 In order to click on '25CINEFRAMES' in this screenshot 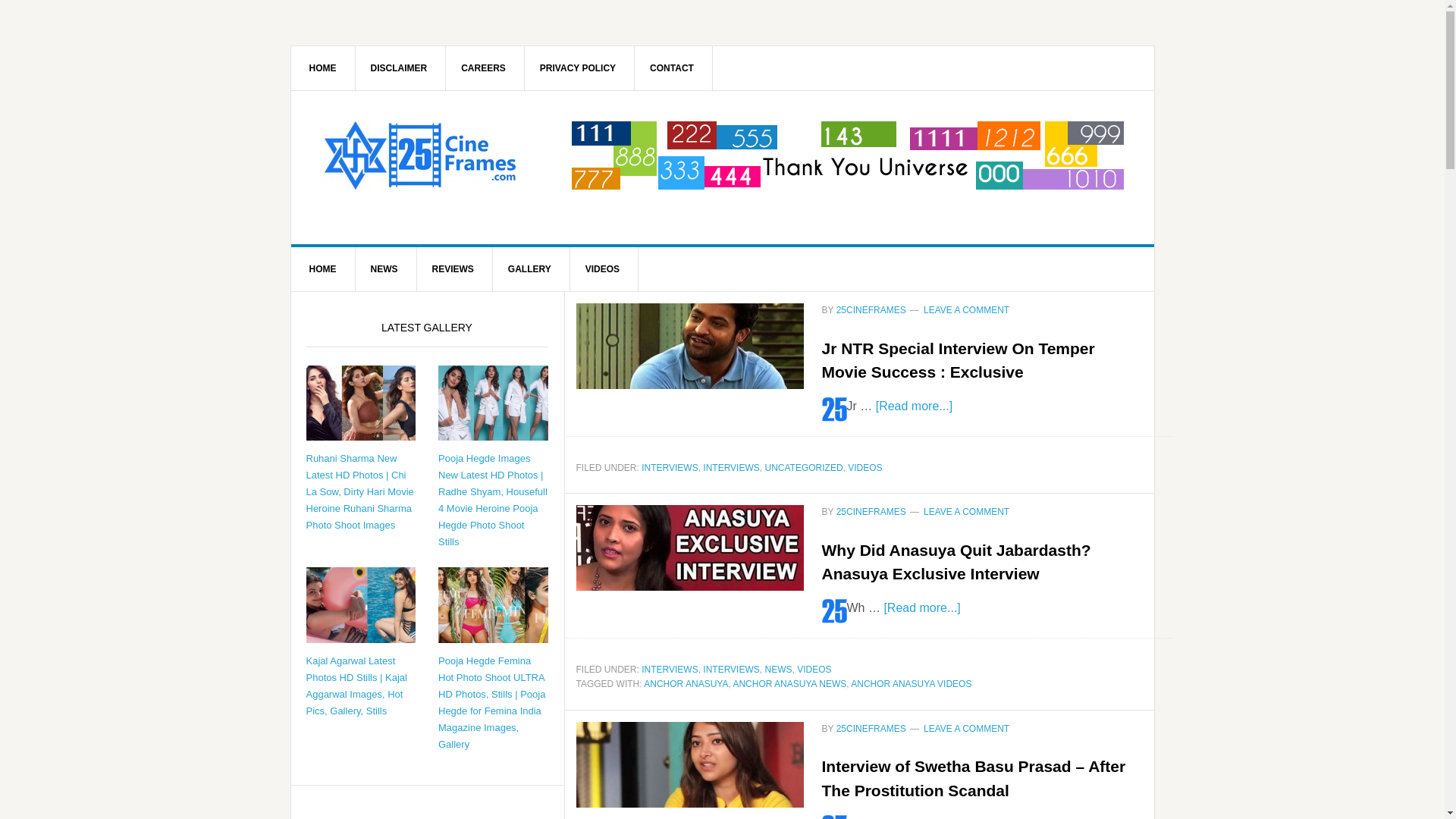, I will do `click(871, 309)`.